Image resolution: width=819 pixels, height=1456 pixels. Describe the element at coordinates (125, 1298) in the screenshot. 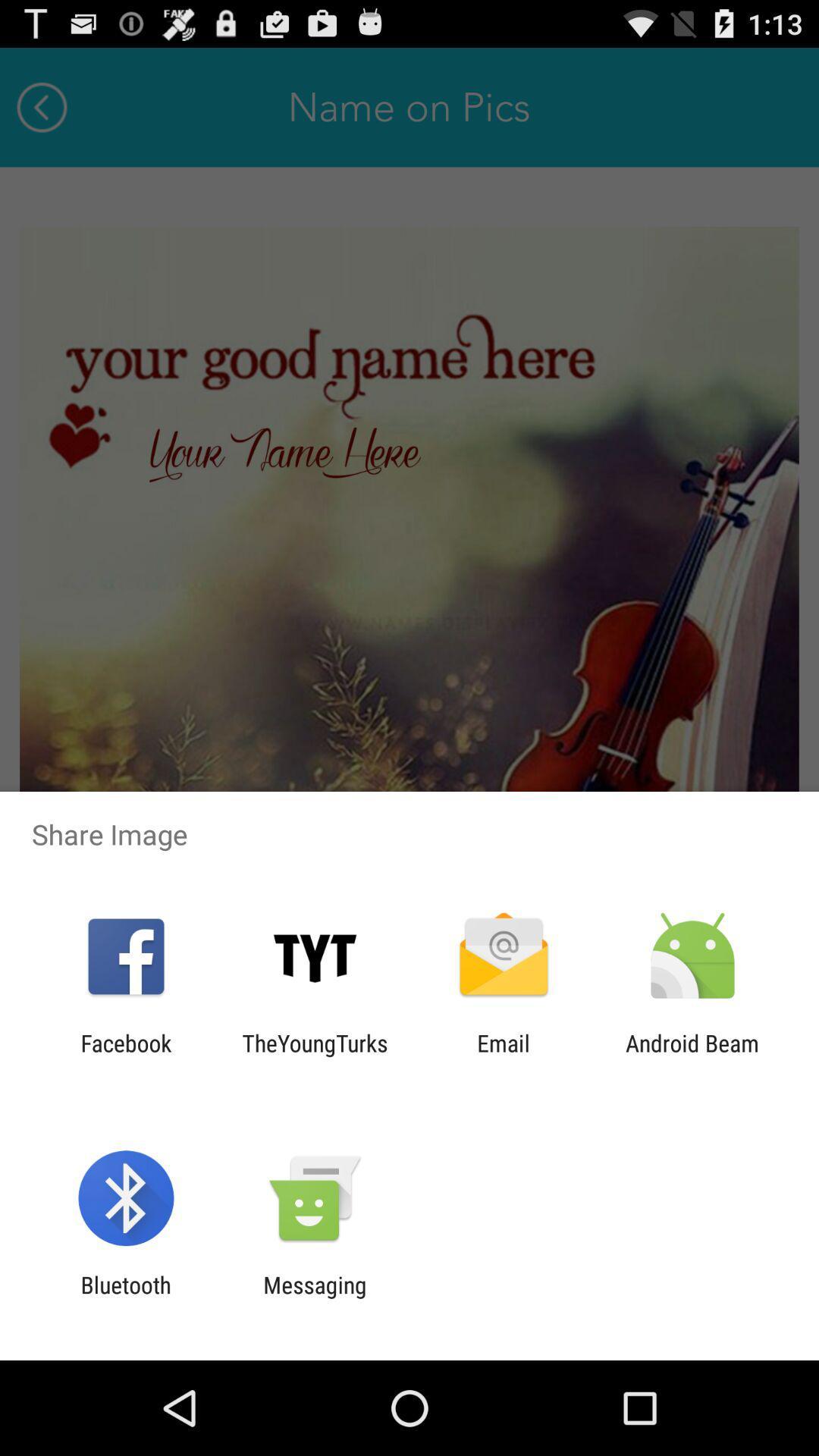

I see `the bluetooth item` at that location.